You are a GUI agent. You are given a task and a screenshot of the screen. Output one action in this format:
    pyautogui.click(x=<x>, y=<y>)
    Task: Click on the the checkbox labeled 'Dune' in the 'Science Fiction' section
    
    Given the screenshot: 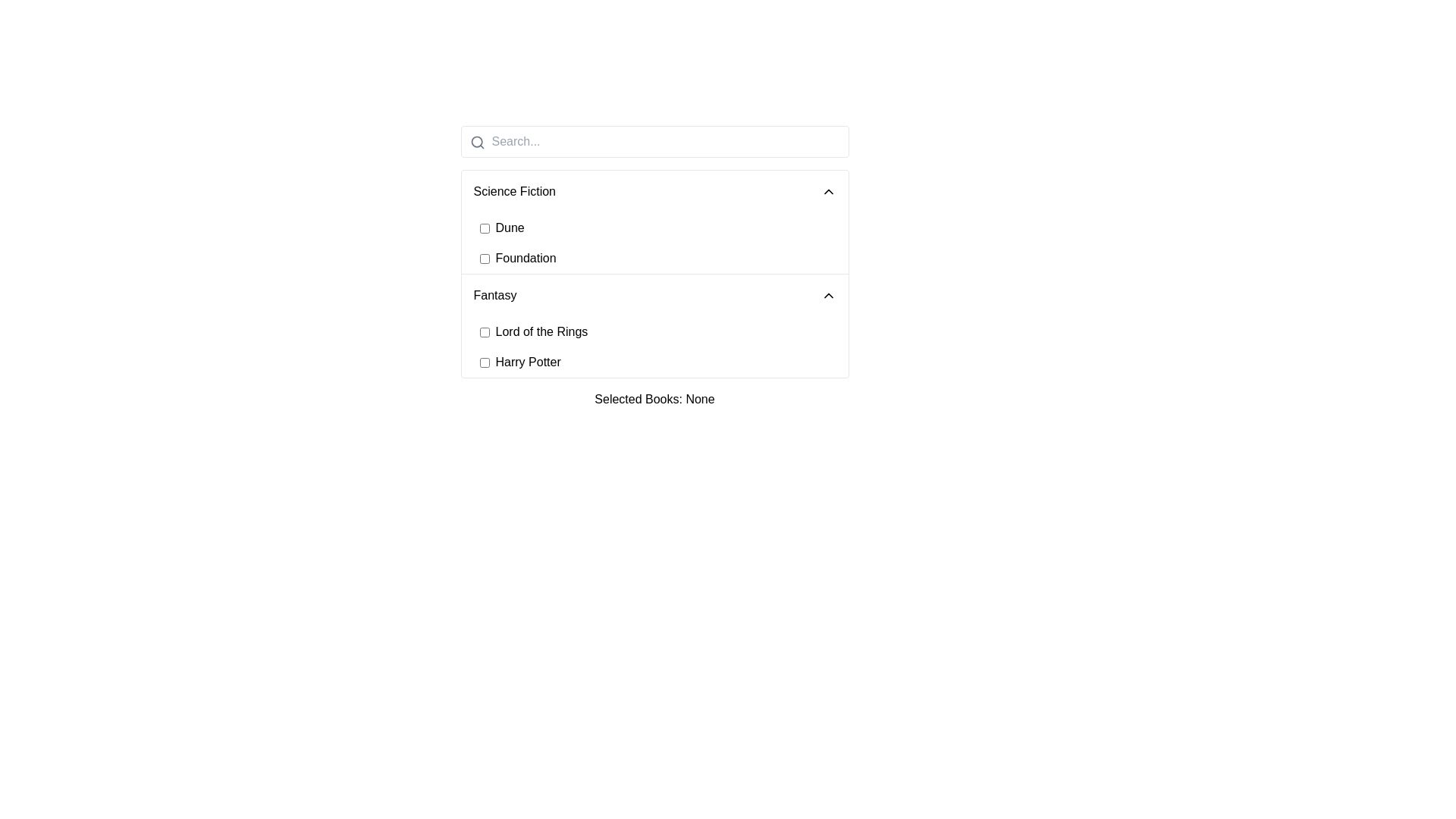 What is the action you would take?
    pyautogui.click(x=664, y=227)
    